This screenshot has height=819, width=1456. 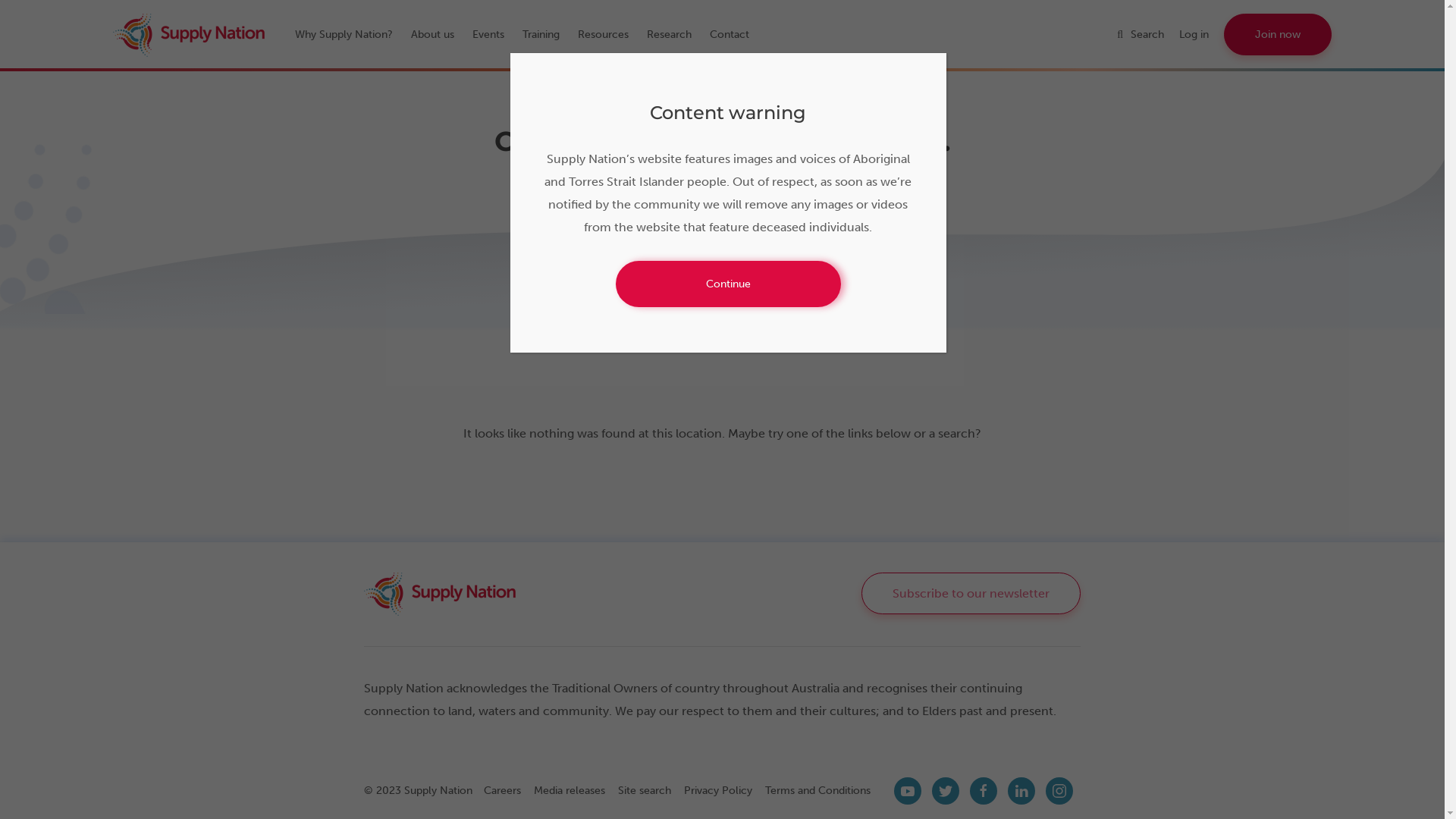 What do you see at coordinates (983, 789) in the screenshot?
I see `'Supply Nation on Facebook'` at bounding box center [983, 789].